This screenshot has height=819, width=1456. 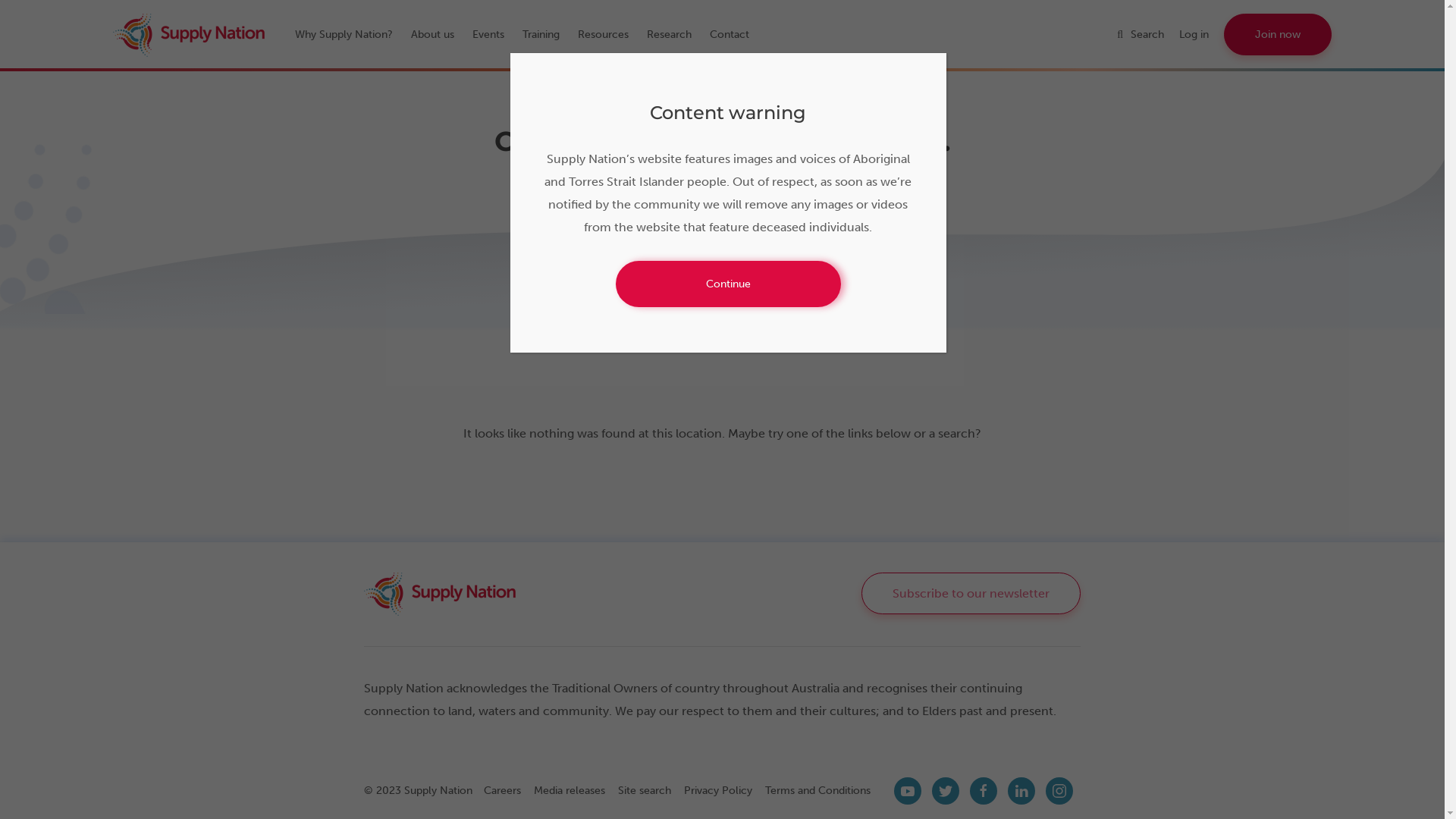 What do you see at coordinates (983, 789) in the screenshot?
I see `'Supply Nation on Facebook'` at bounding box center [983, 789].